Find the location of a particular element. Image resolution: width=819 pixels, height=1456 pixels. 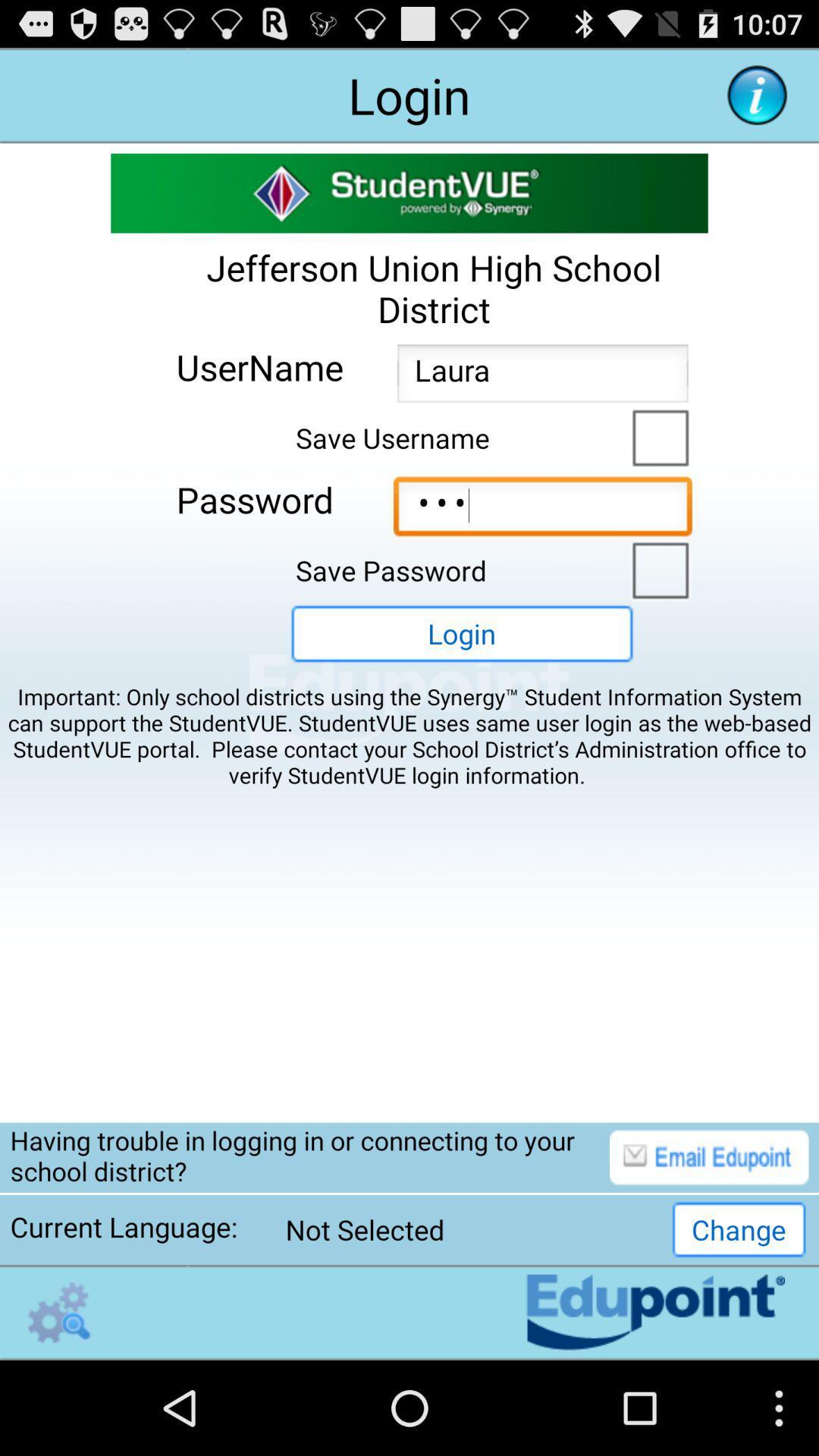

the info icon is located at coordinates (757, 101).